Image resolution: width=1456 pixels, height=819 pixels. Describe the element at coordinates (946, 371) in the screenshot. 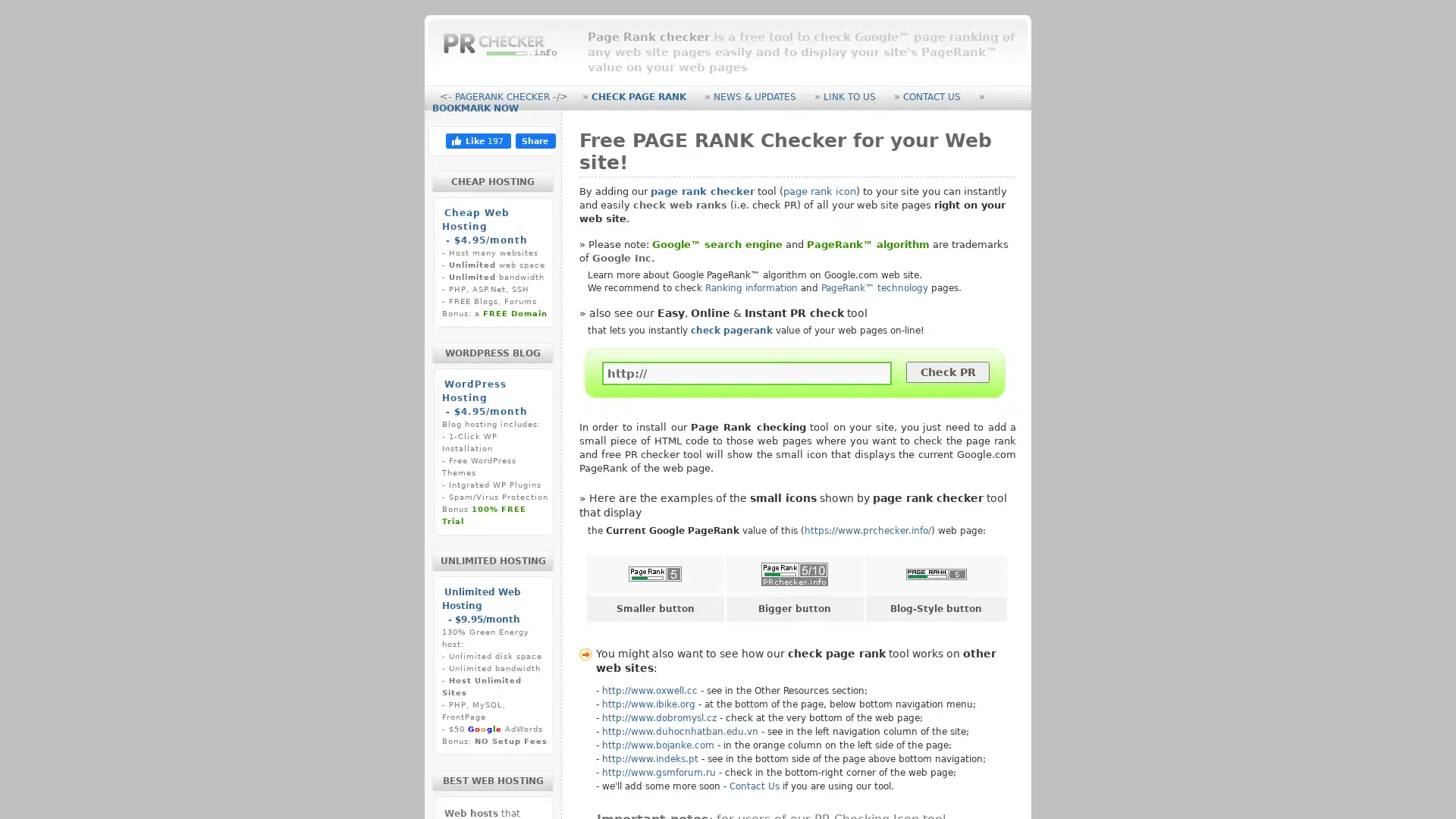

I see `Check PR` at that location.